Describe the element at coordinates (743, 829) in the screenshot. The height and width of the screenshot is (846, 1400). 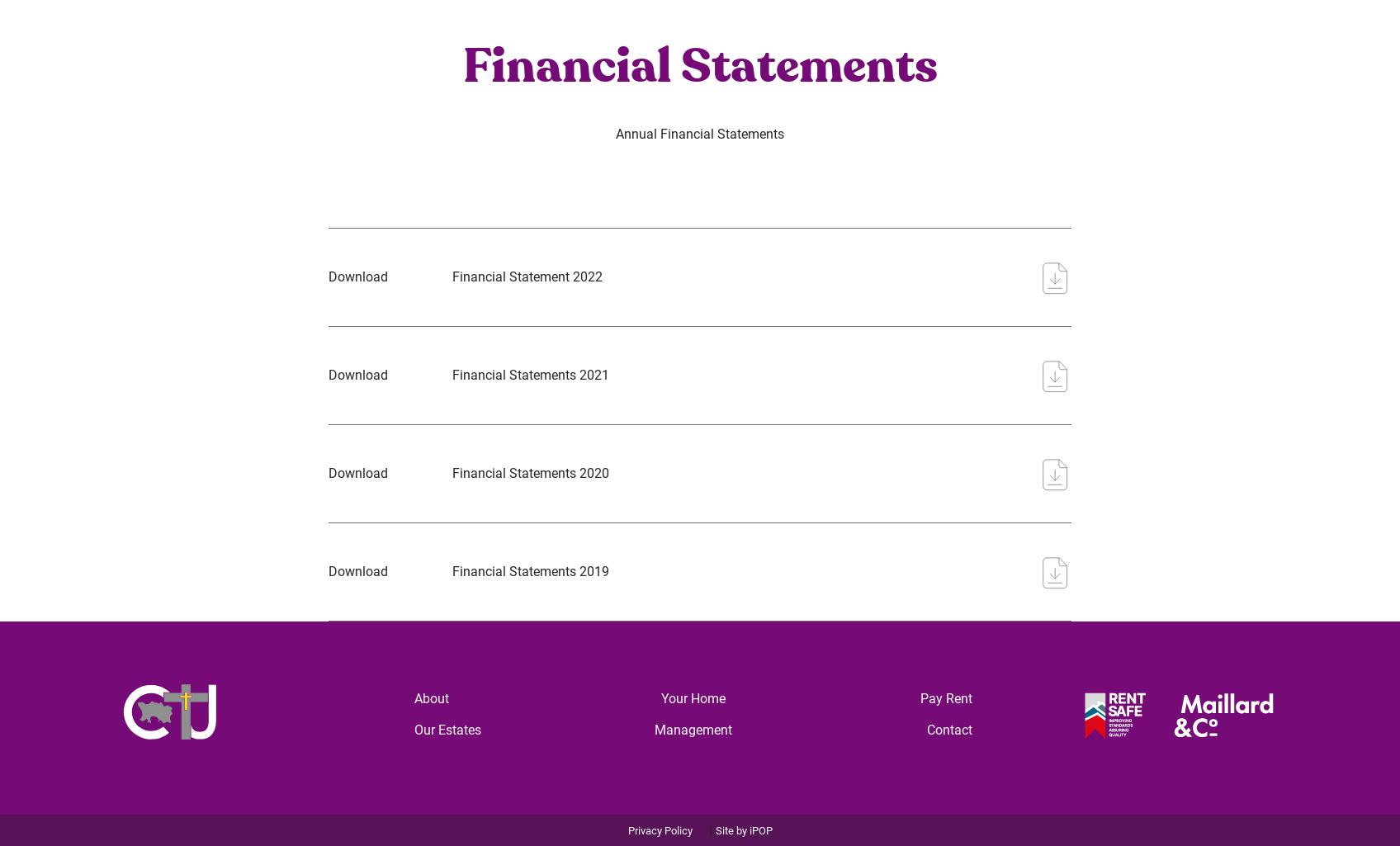
I see `'Site by iPOP'` at that location.